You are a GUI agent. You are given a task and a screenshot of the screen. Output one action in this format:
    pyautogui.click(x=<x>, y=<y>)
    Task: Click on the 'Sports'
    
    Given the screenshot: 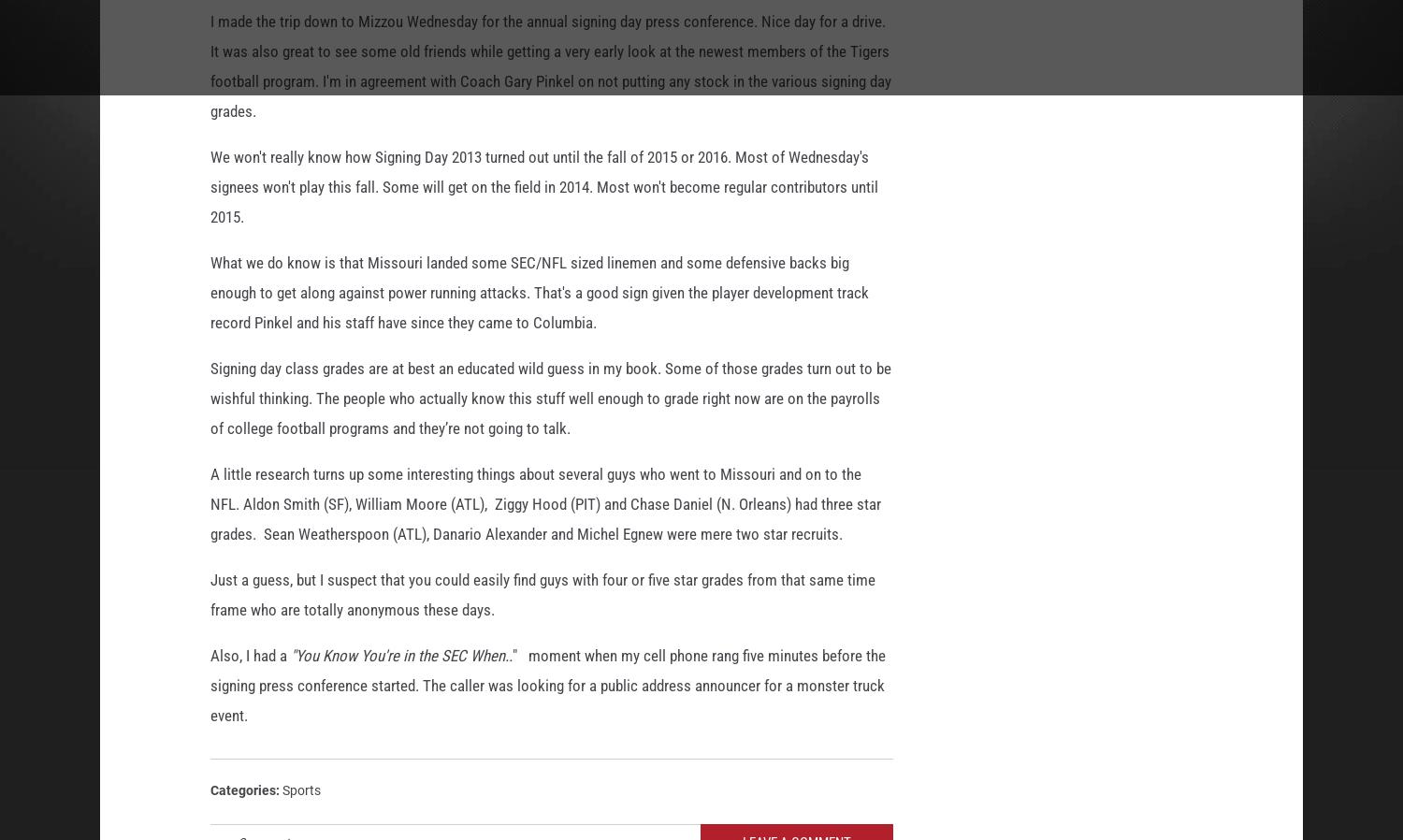 What is the action you would take?
    pyautogui.click(x=300, y=793)
    